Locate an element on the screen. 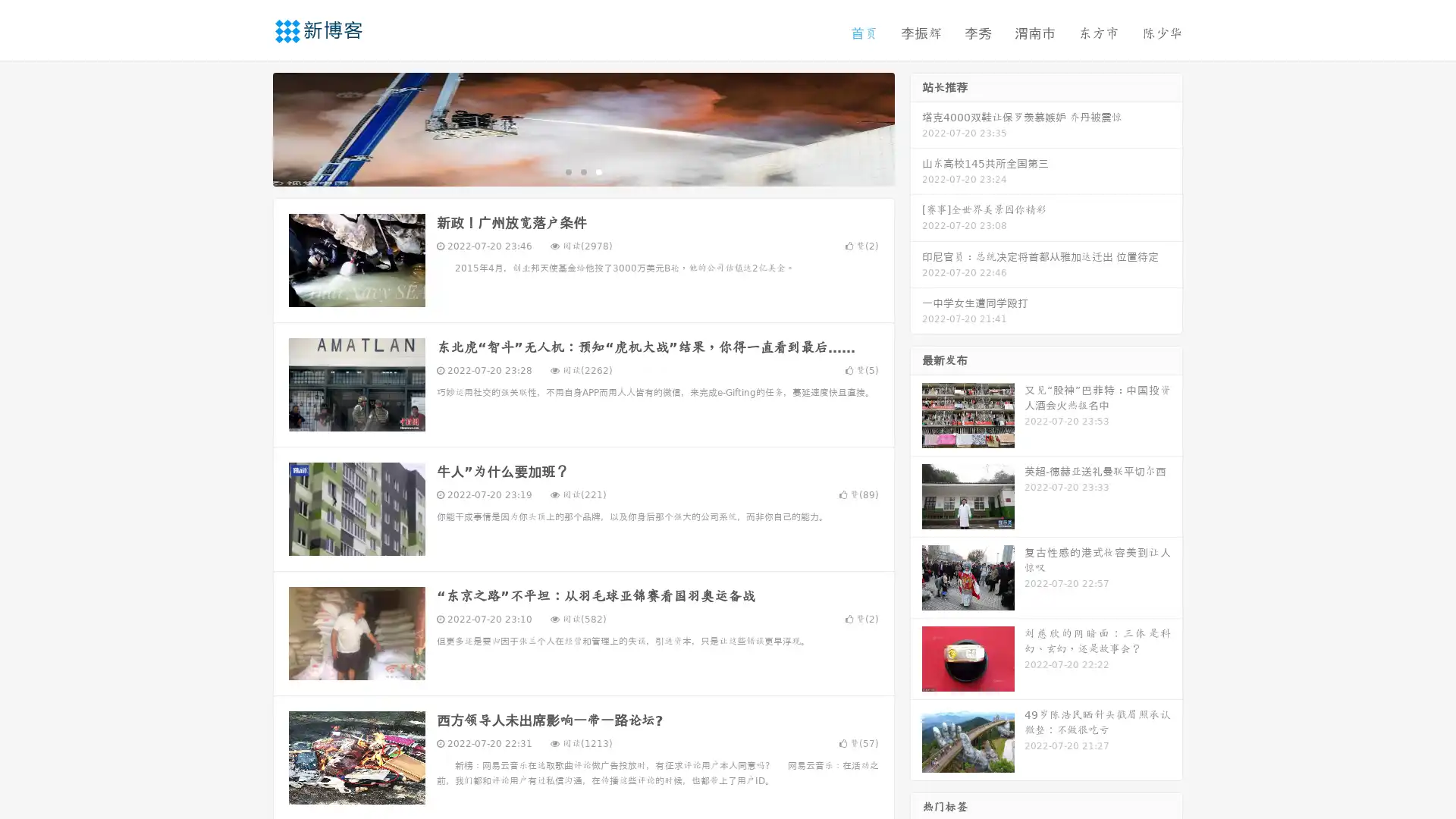  Go to slide 2 is located at coordinates (582, 171).